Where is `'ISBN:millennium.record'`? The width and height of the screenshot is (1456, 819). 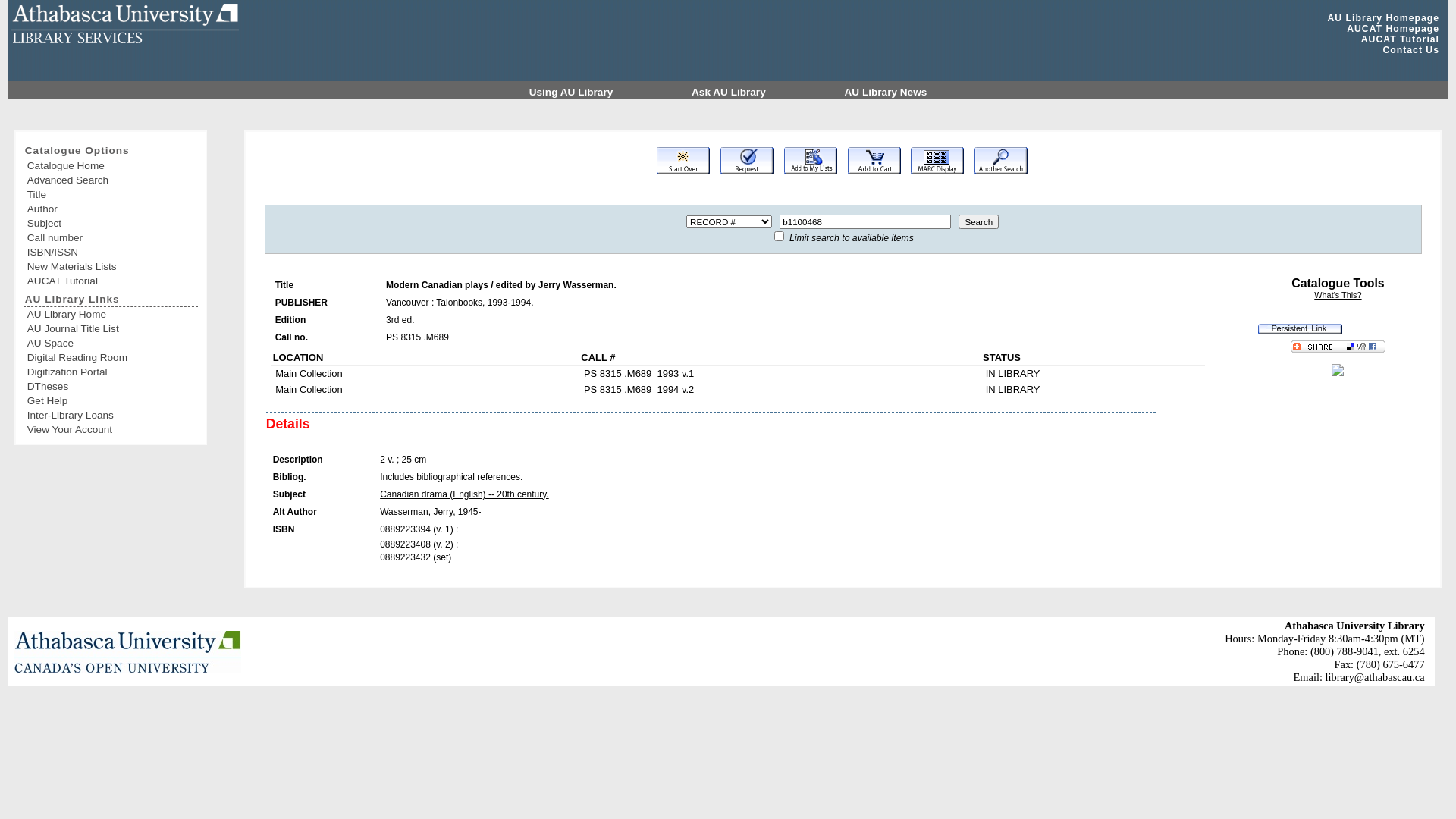 'ISBN:millennium.record' is located at coordinates (1337, 372).